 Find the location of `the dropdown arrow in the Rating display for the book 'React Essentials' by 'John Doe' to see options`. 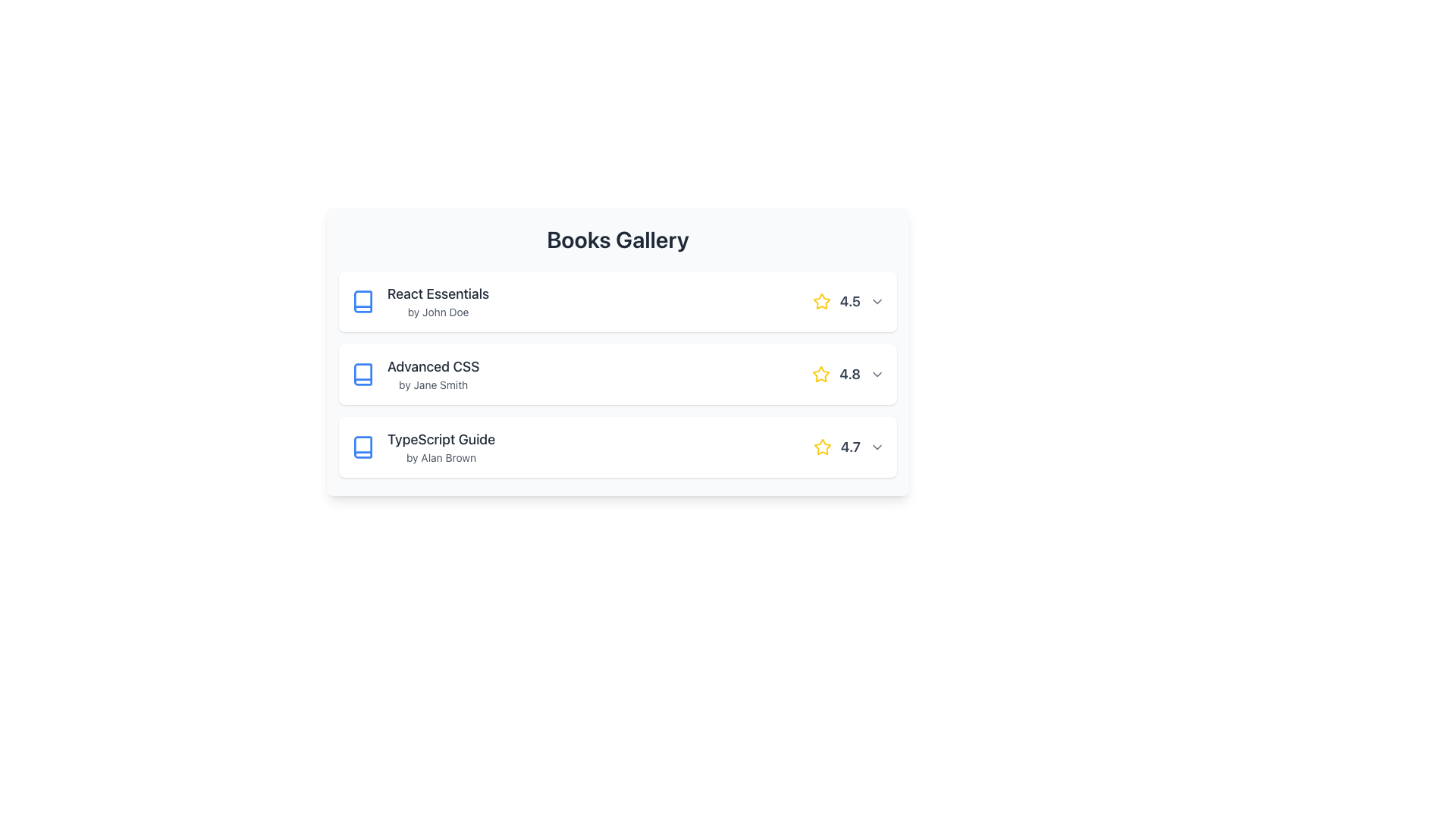

the dropdown arrow in the Rating display for the book 'React Essentials' by 'John Doe' to see options is located at coordinates (848, 301).